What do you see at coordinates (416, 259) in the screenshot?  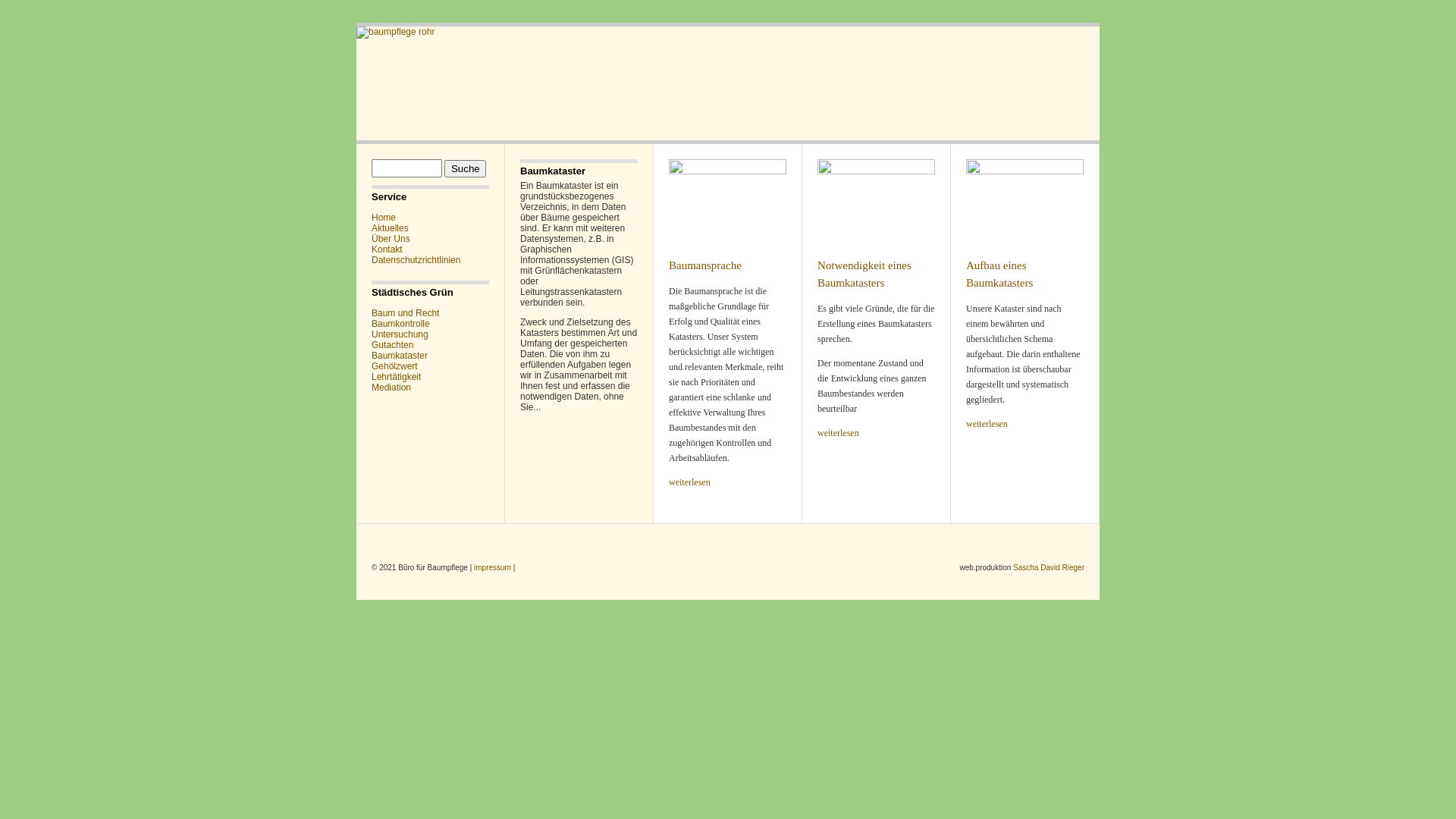 I see `'Datenschutzrichtlinien'` at bounding box center [416, 259].